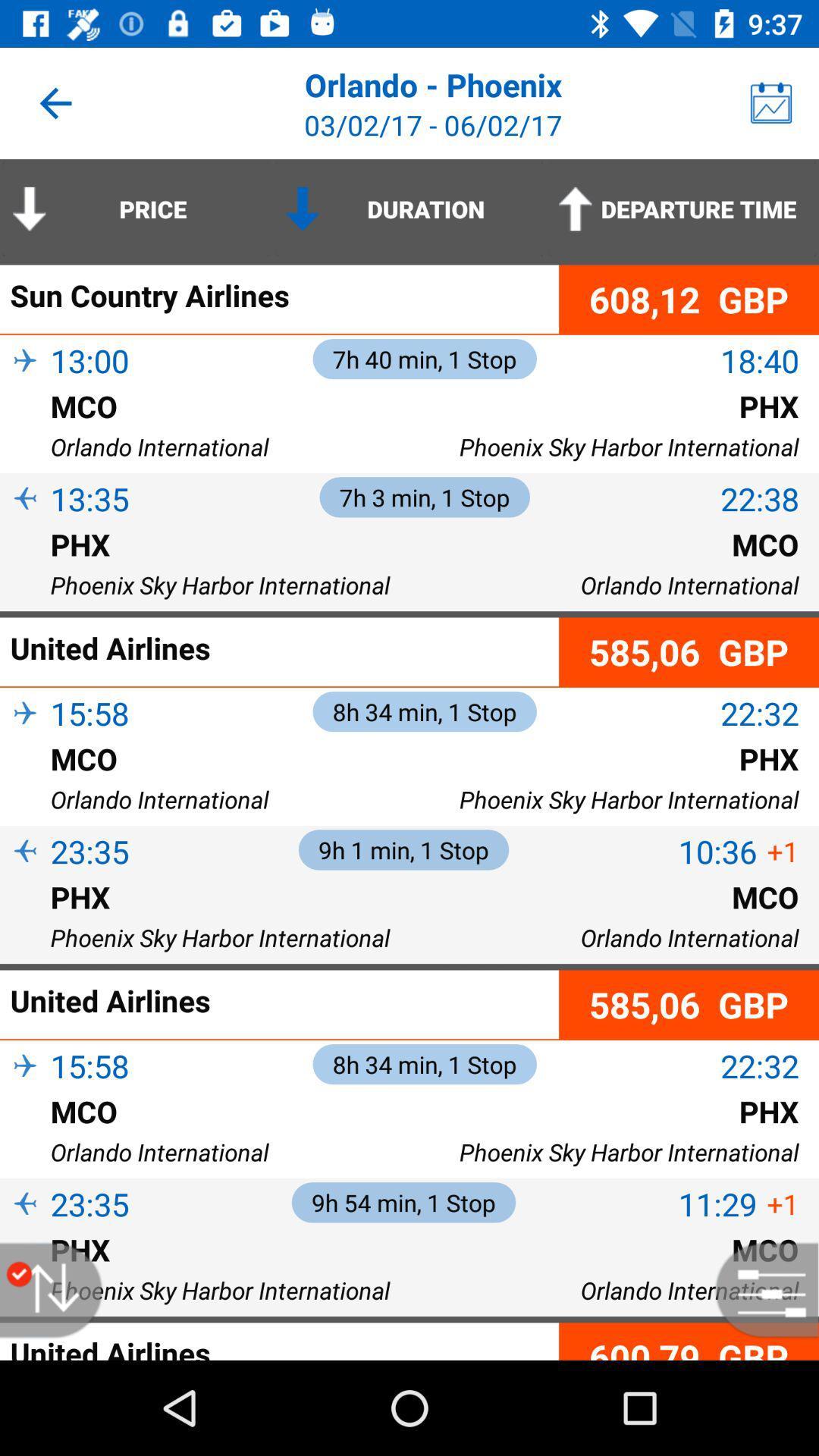 The image size is (819, 1456). Describe the element at coordinates (25, 568) in the screenshot. I see `icon above phoenix sky harbor icon` at that location.